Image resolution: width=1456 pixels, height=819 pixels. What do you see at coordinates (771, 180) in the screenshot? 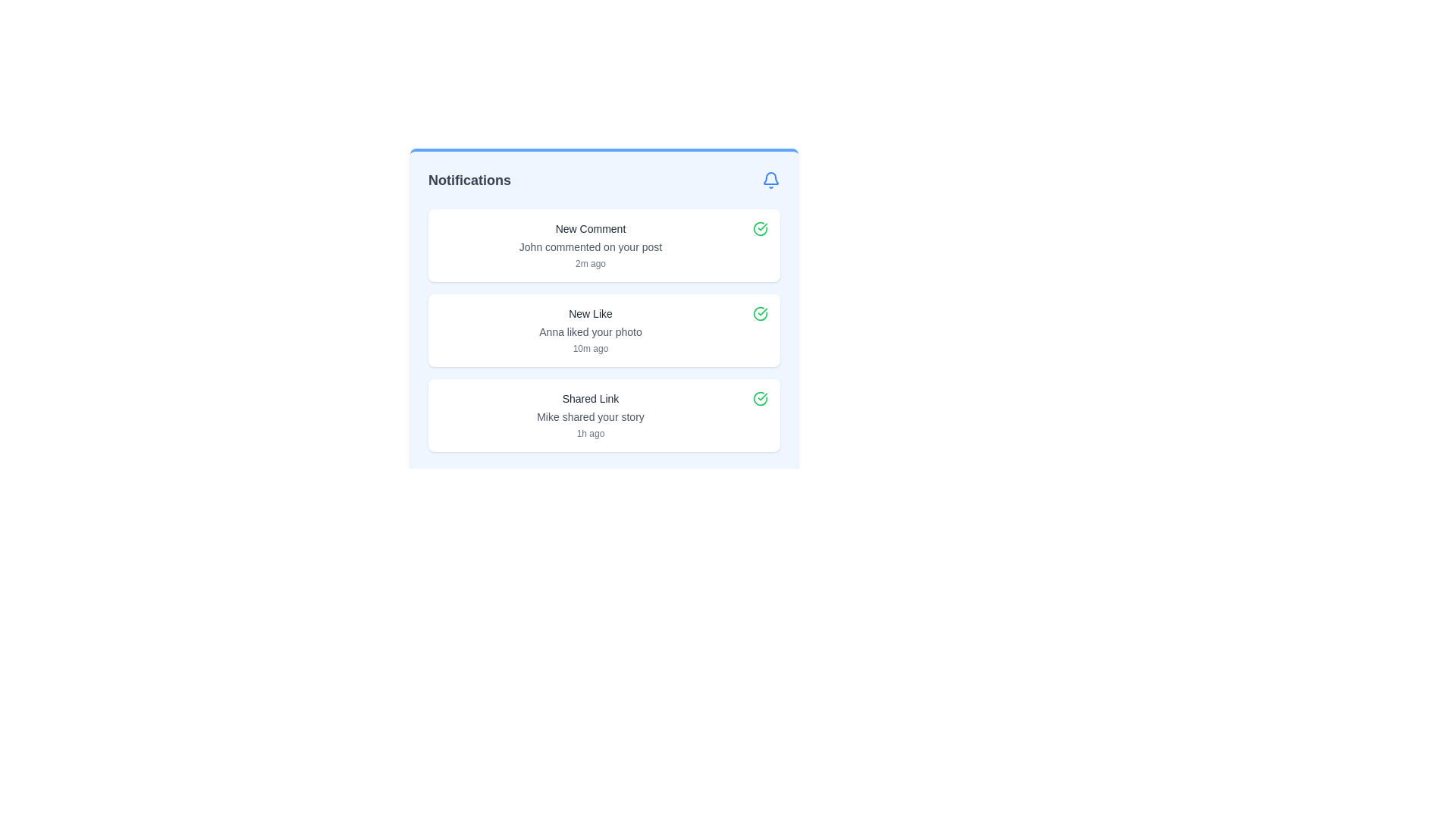
I see `the blue bell-shaped notification icon located at the top-right corner of the 'Notifications' section` at bounding box center [771, 180].